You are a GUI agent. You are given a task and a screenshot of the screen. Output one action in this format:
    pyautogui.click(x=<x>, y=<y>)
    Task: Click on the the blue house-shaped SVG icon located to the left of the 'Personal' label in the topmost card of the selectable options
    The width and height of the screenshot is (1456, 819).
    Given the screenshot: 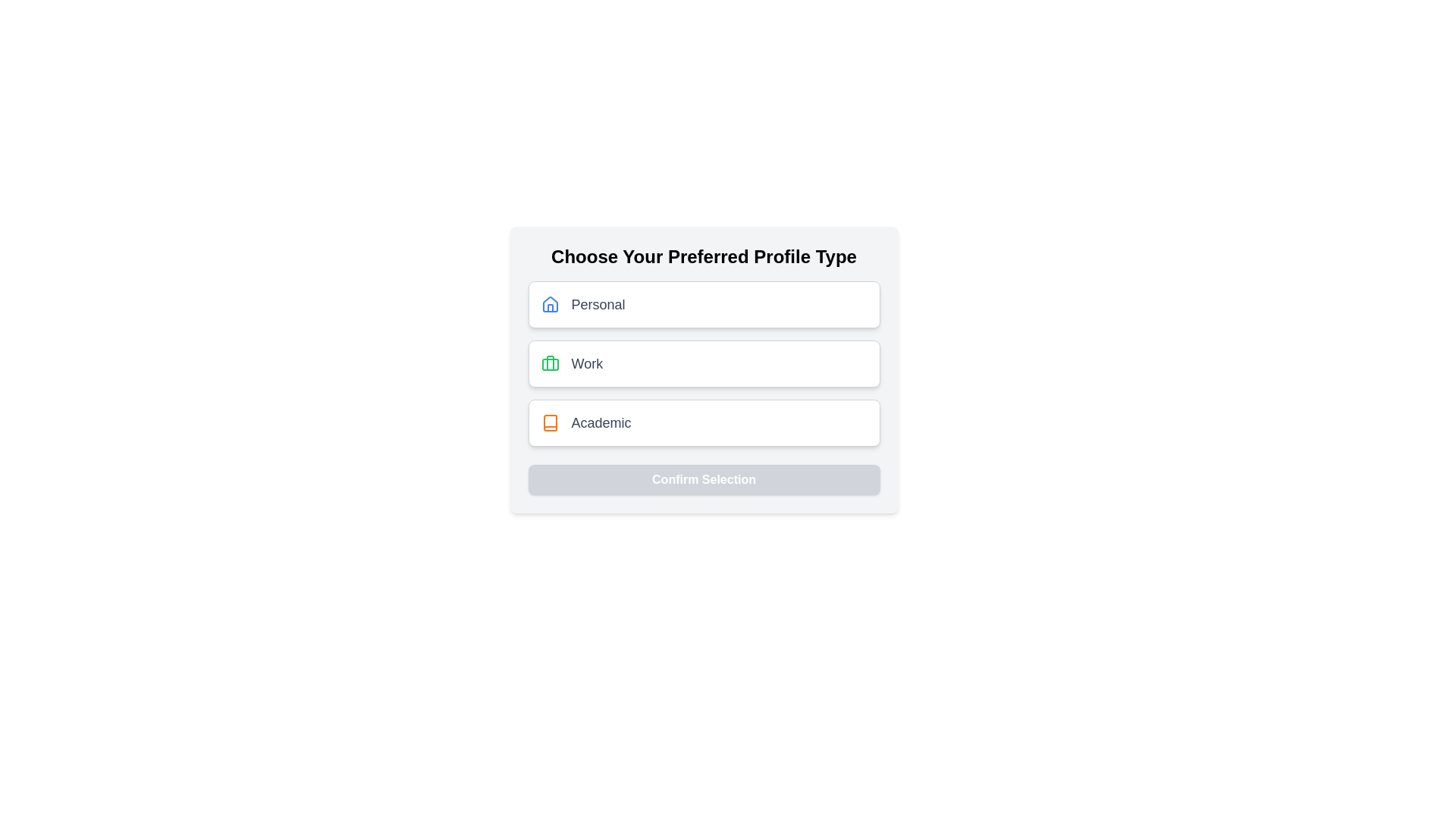 What is the action you would take?
    pyautogui.click(x=549, y=304)
    